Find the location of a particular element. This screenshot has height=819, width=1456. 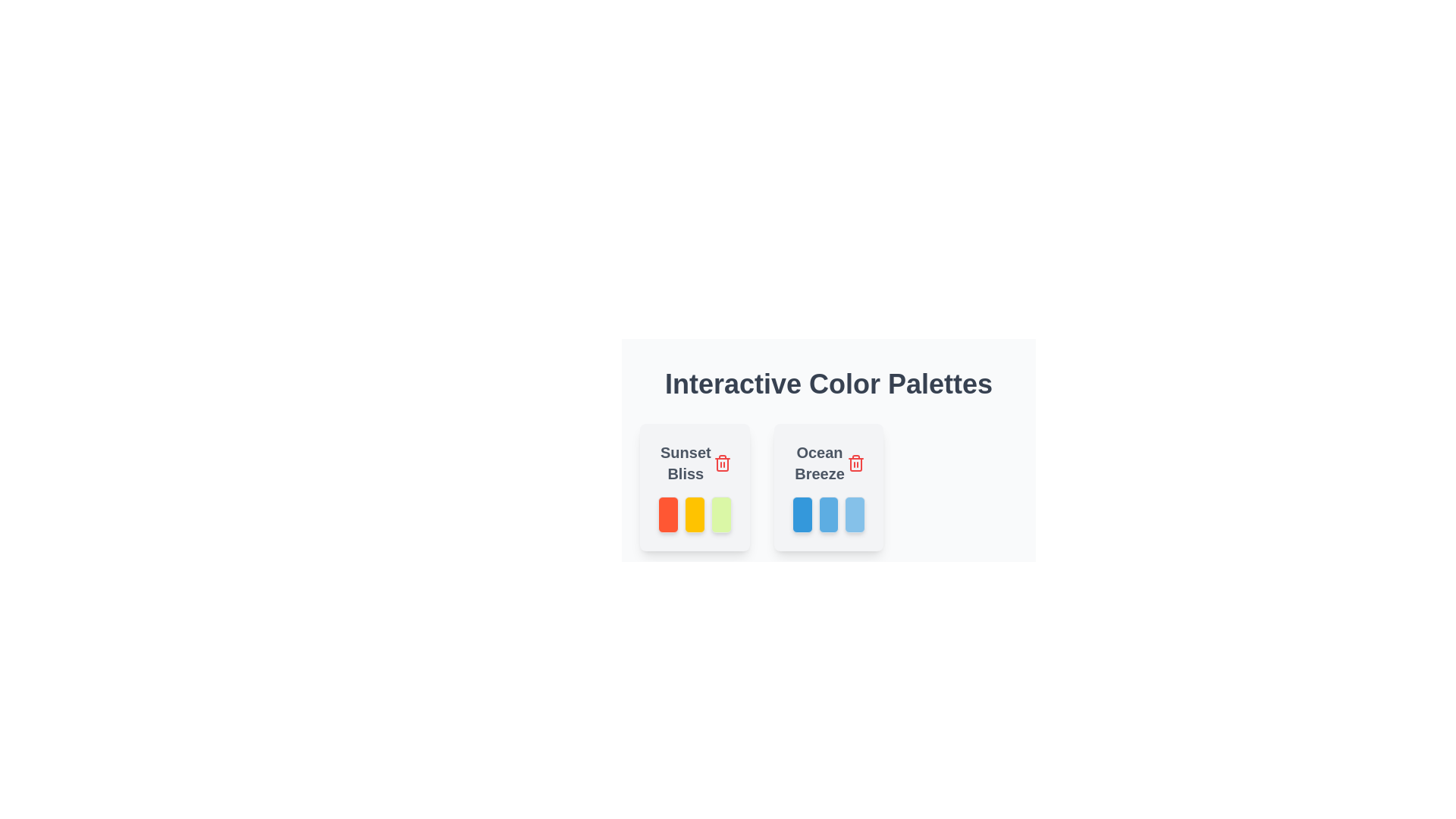

the delete button for the 'Ocean Breeze' color palette is located at coordinates (856, 462).